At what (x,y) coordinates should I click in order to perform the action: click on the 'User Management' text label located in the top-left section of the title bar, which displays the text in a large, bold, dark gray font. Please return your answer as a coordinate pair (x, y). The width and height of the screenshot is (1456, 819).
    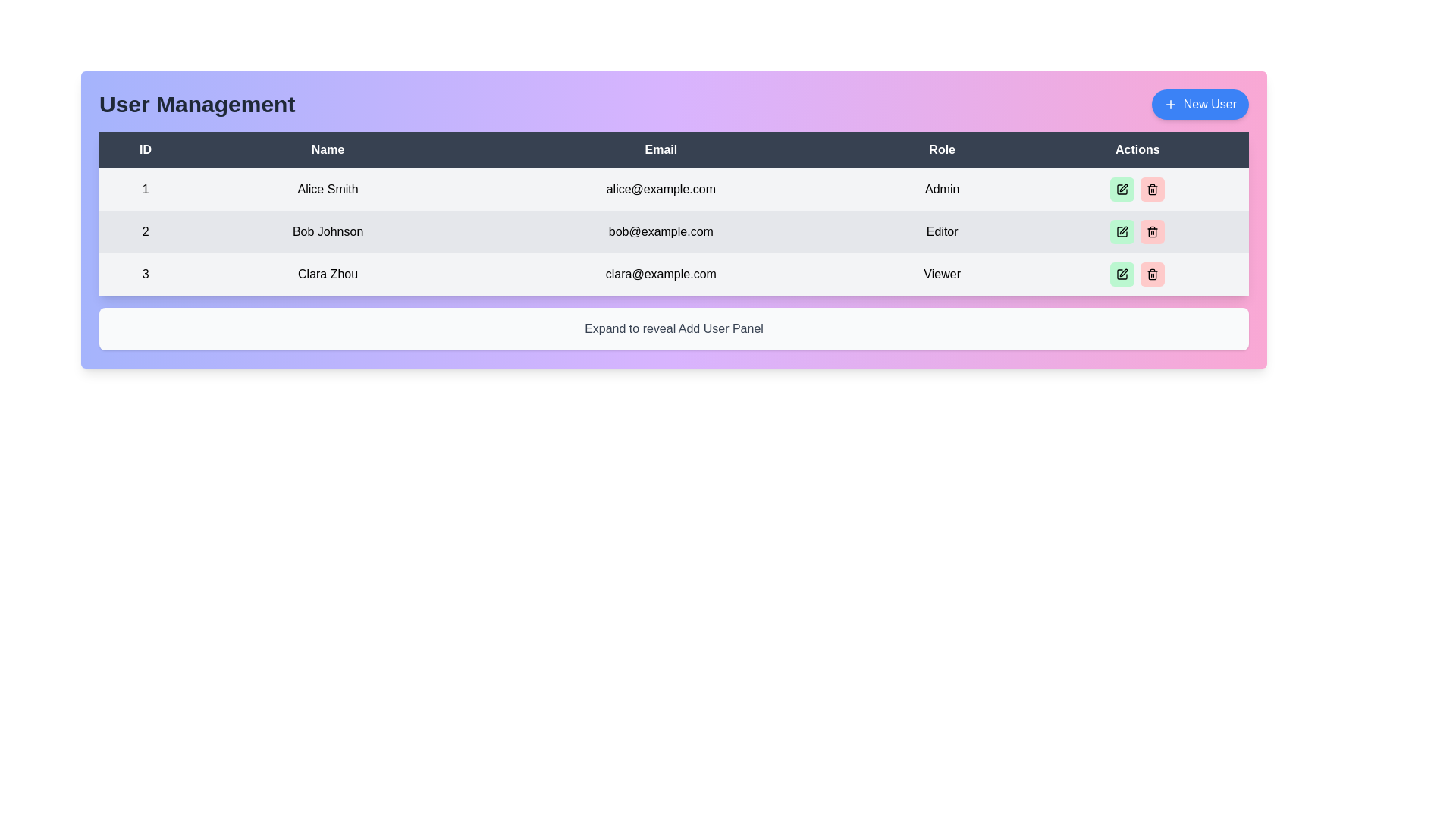
    Looking at the image, I should click on (196, 104).